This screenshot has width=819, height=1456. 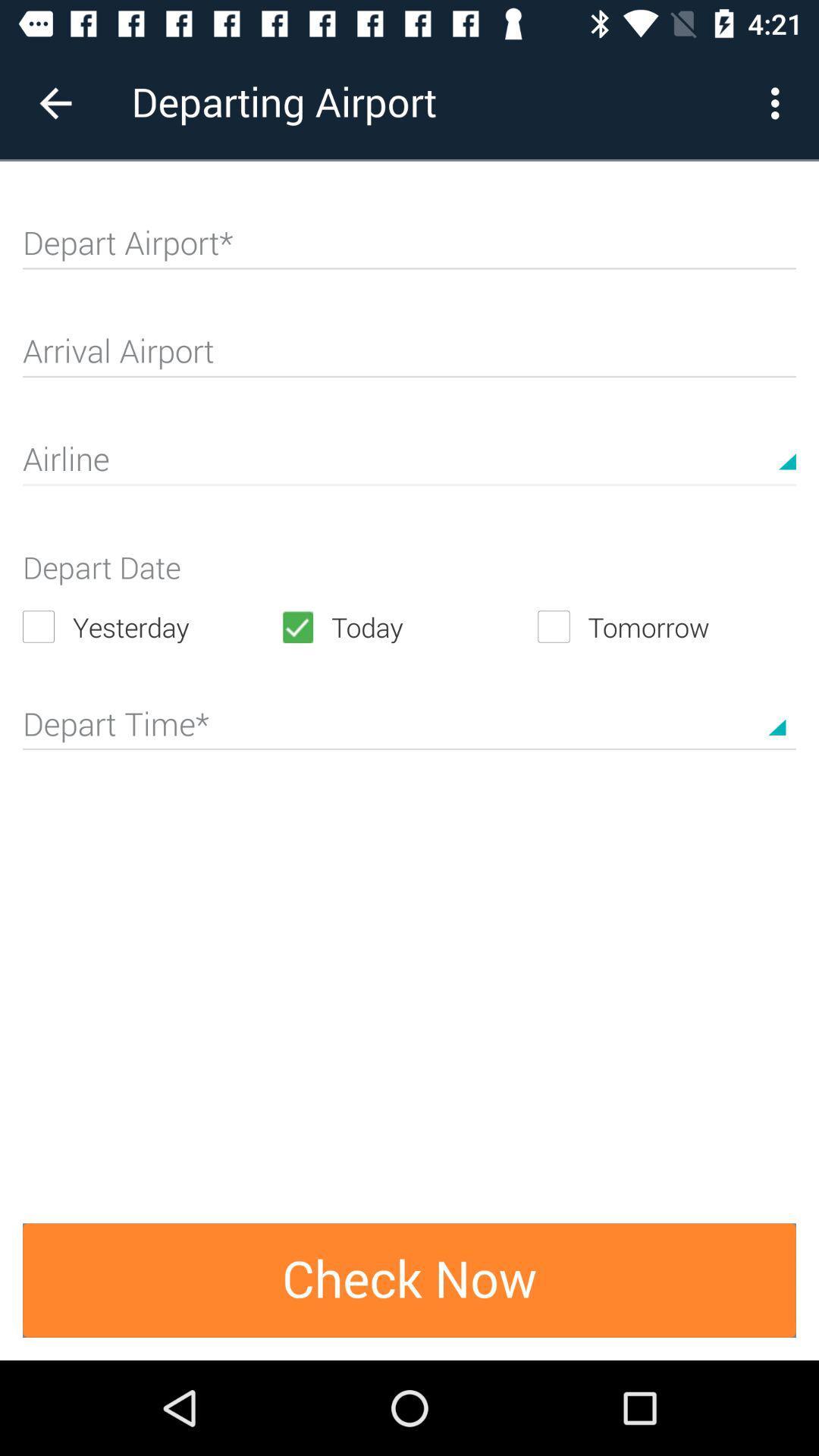 What do you see at coordinates (408, 626) in the screenshot?
I see `the item next to the yesterday icon` at bounding box center [408, 626].